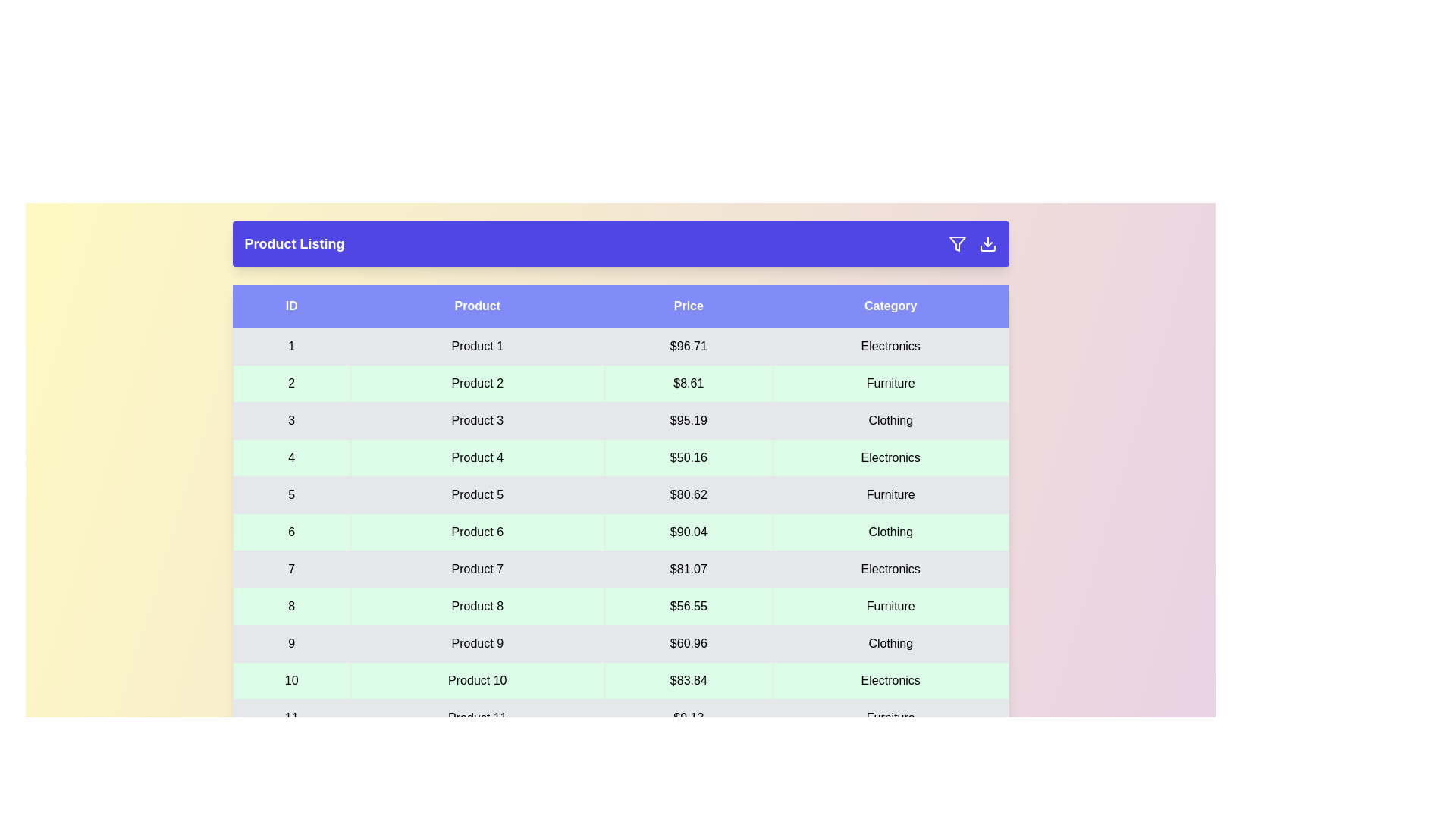 The image size is (1456, 819). I want to click on the filter button to apply filters to the displayed data, so click(956, 243).